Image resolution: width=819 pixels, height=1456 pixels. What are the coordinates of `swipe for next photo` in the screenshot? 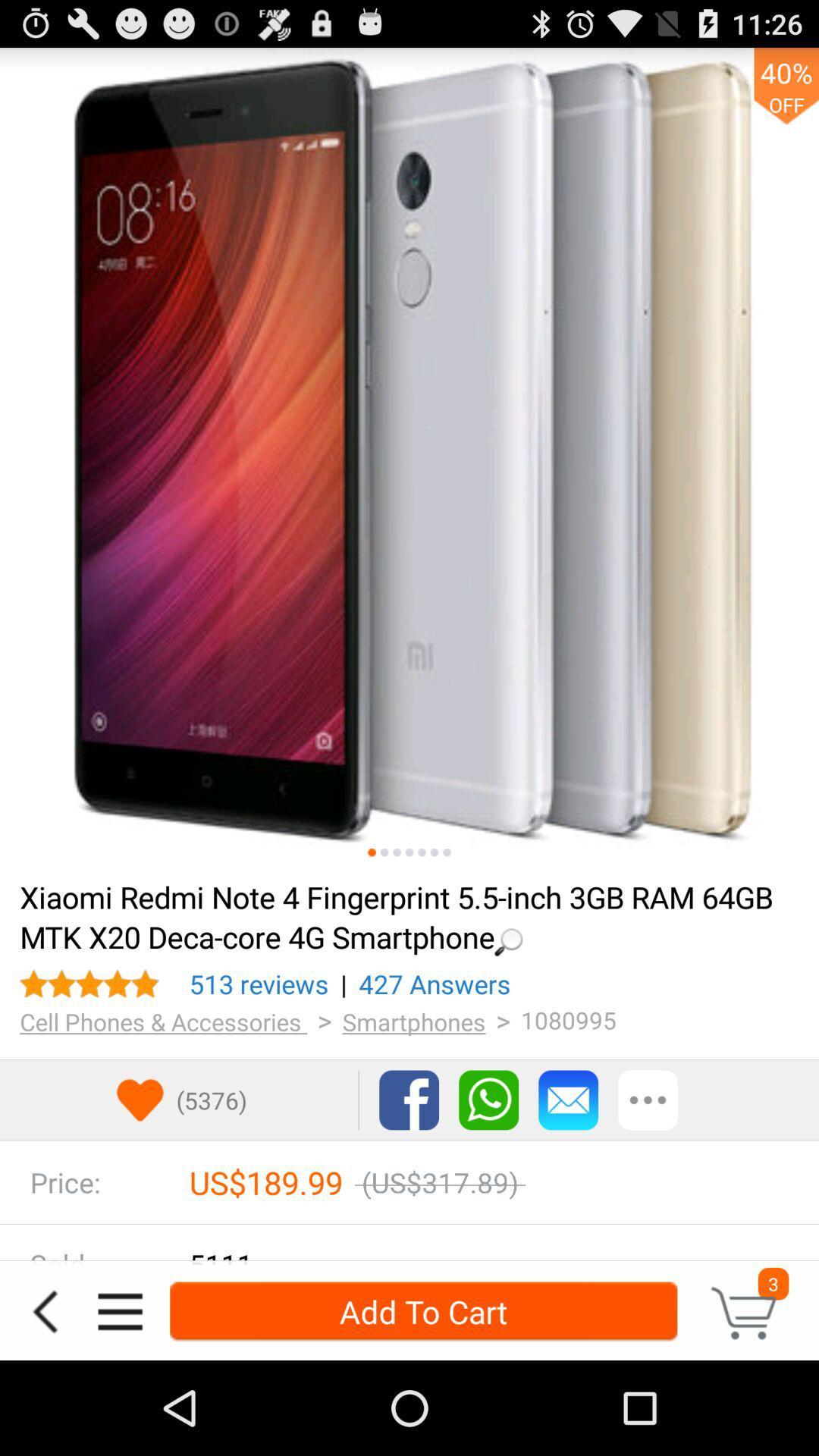 It's located at (383, 852).